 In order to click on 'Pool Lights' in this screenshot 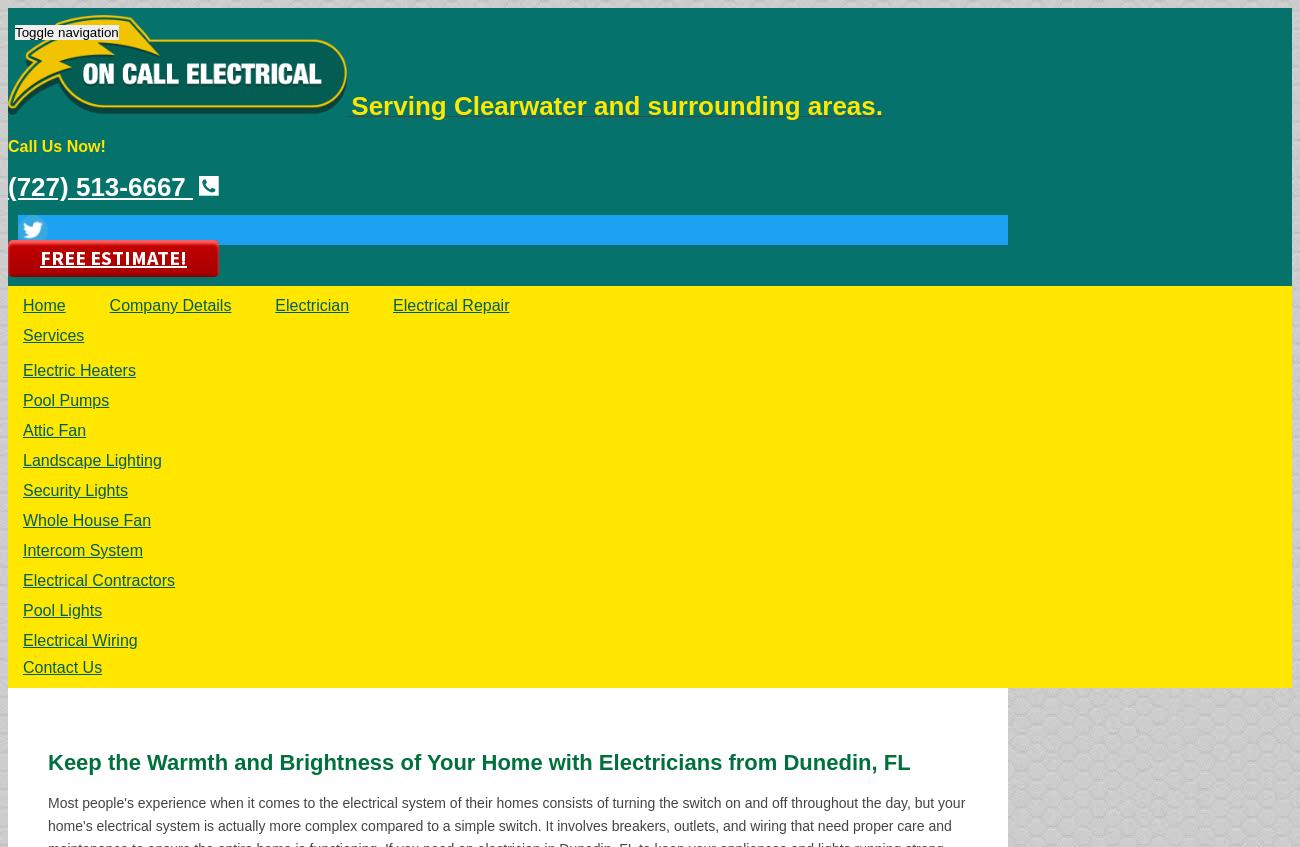, I will do `click(62, 609)`.